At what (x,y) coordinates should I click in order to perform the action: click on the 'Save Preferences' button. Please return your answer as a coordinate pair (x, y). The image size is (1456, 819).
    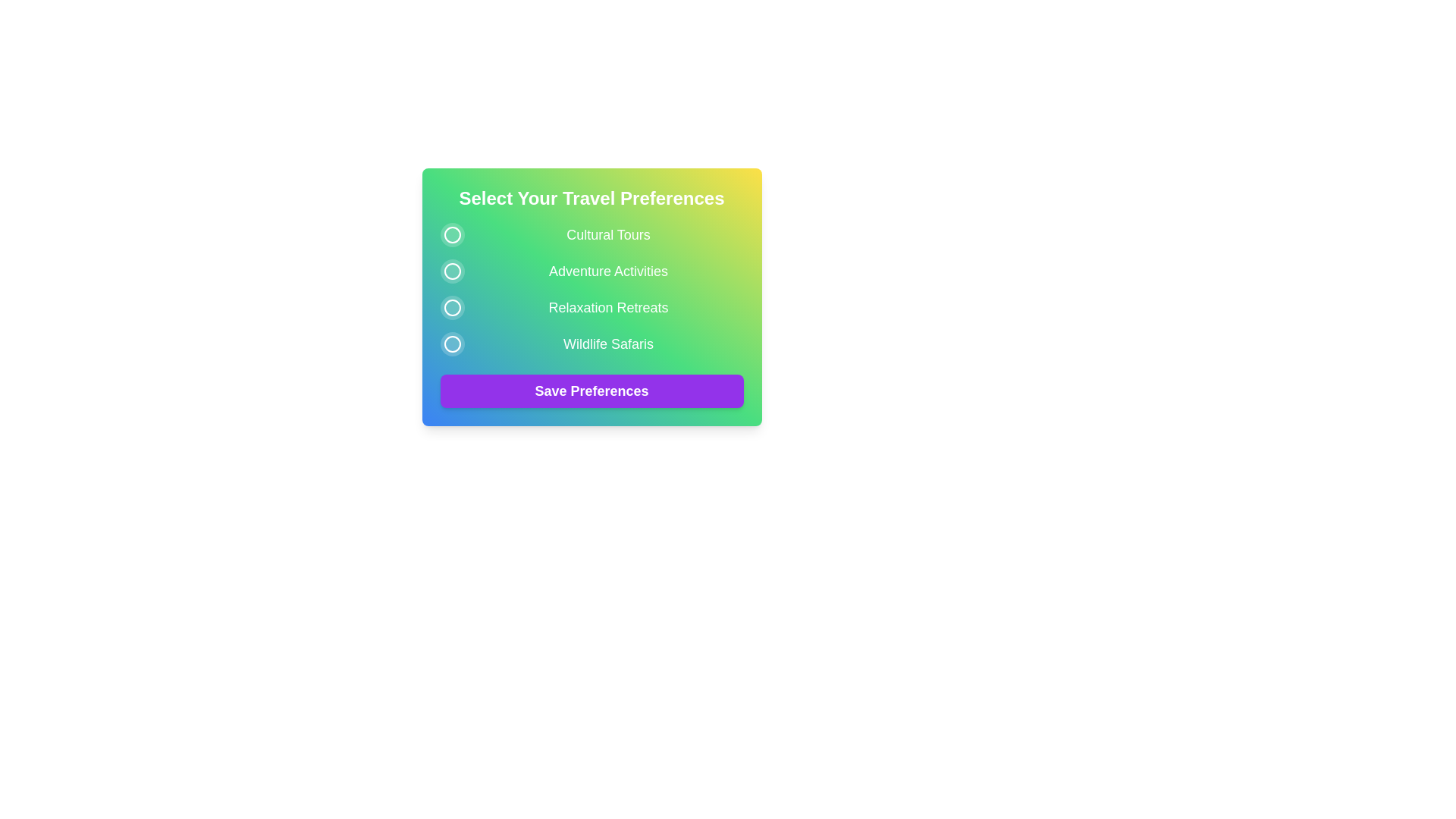
    Looking at the image, I should click on (591, 391).